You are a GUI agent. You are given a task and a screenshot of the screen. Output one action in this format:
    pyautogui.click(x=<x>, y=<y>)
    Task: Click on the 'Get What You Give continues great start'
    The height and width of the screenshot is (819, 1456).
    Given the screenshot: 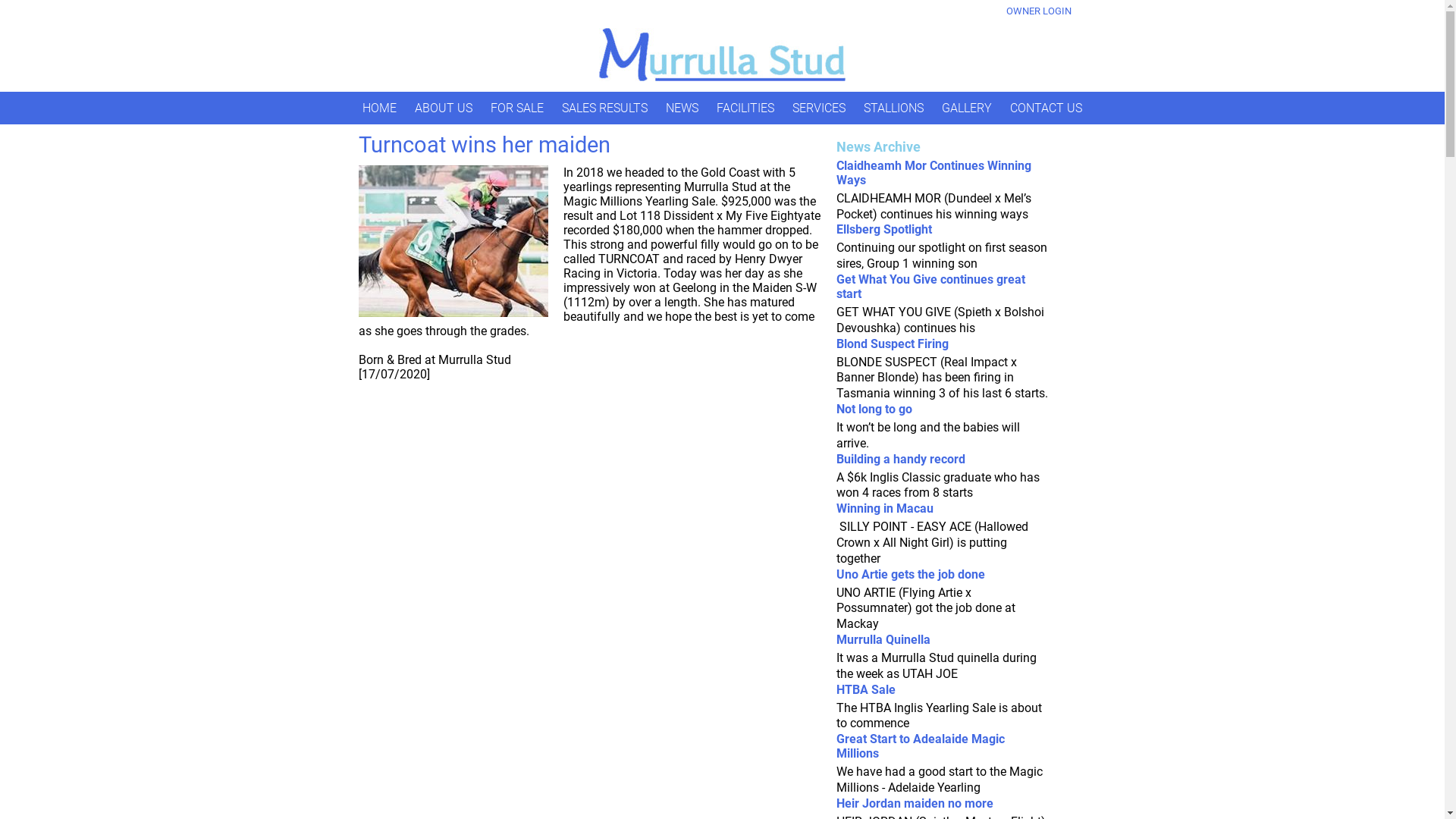 What is the action you would take?
    pyautogui.click(x=835, y=287)
    